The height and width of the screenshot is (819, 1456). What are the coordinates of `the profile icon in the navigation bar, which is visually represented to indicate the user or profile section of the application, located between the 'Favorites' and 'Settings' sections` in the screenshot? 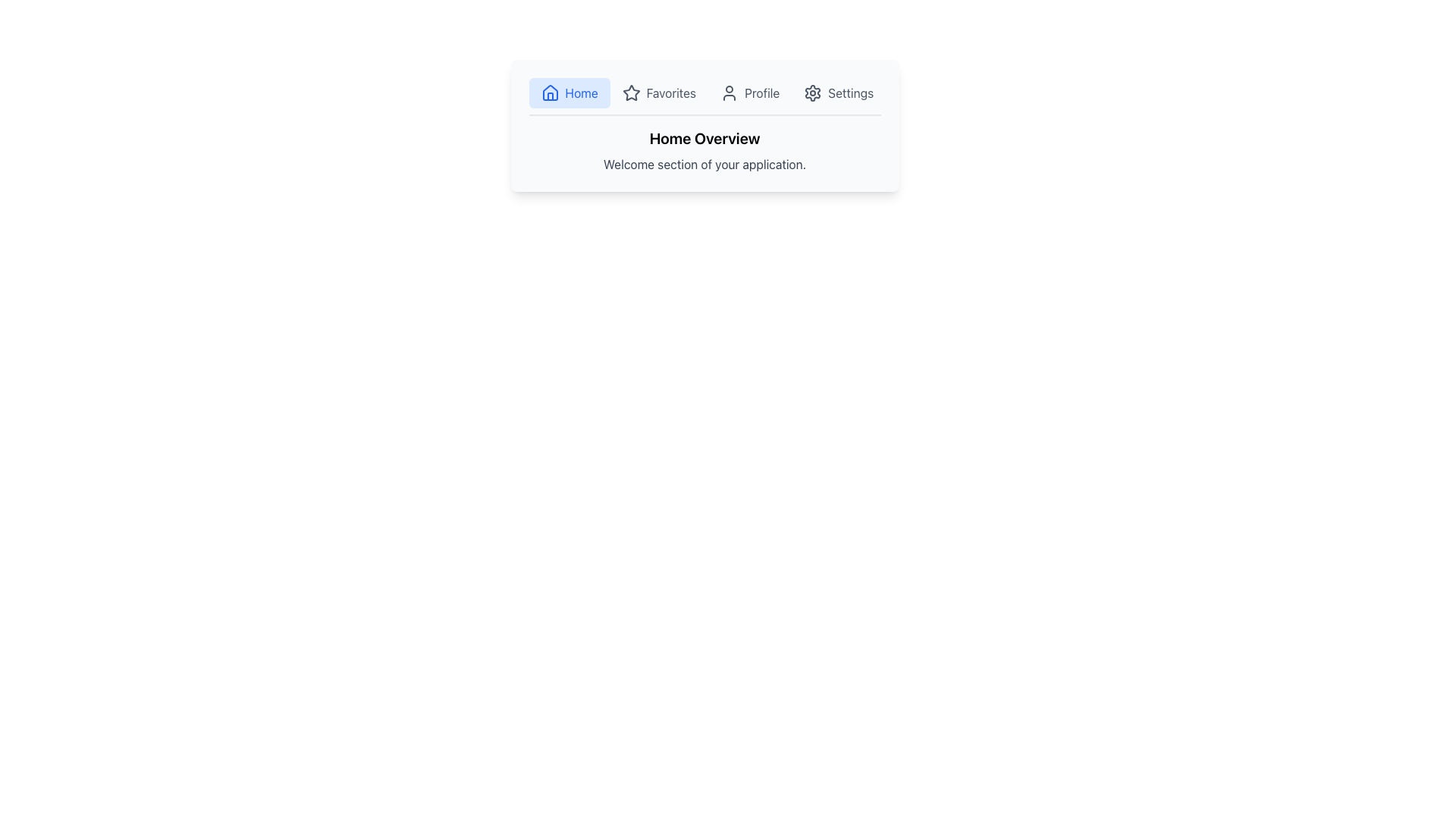 It's located at (730, 93).